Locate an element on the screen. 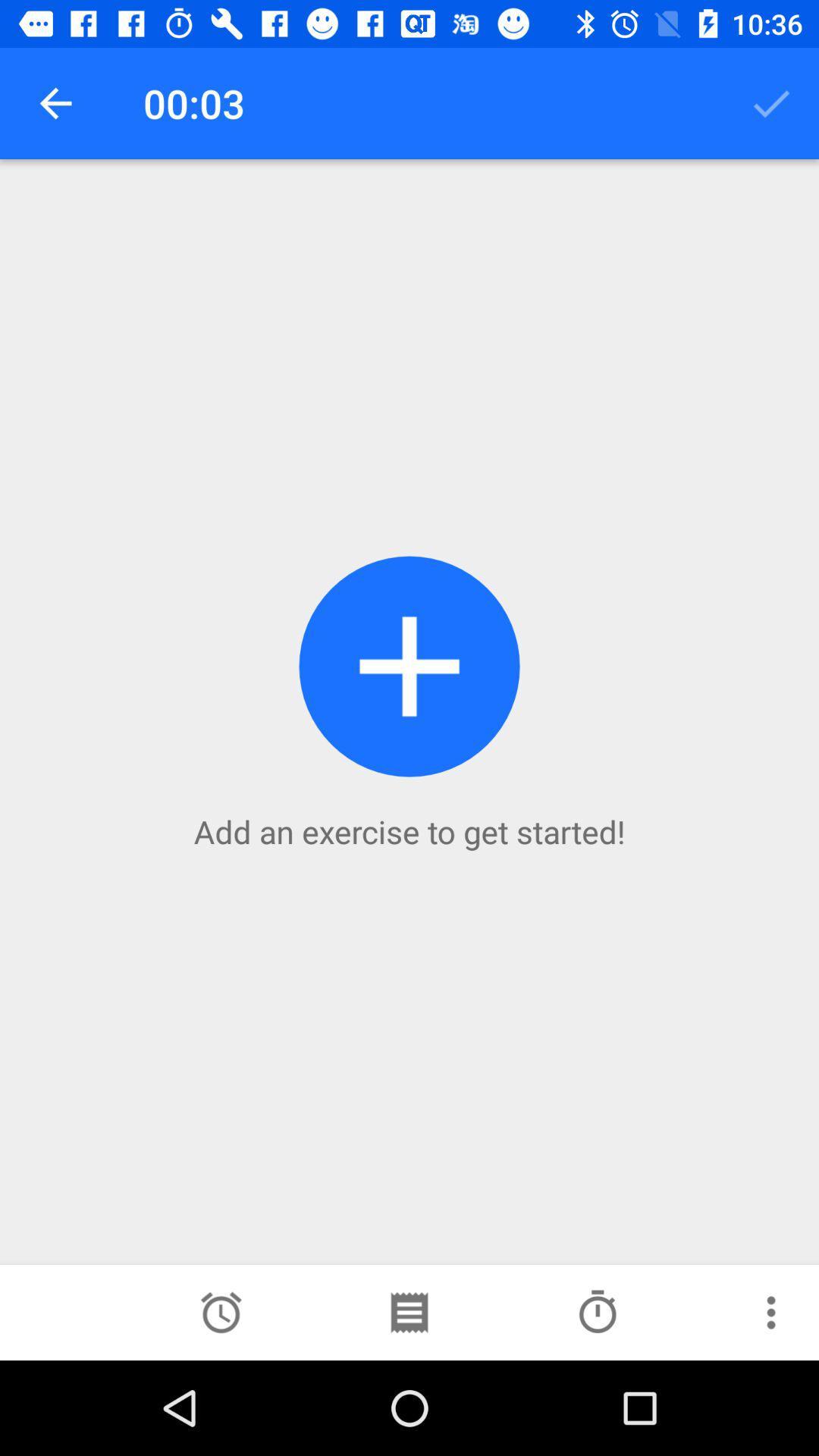 Image resolution: width=819 pixels, height=1456 pixels. the icon next to 00:03 item is located at coordinates (55, 102).